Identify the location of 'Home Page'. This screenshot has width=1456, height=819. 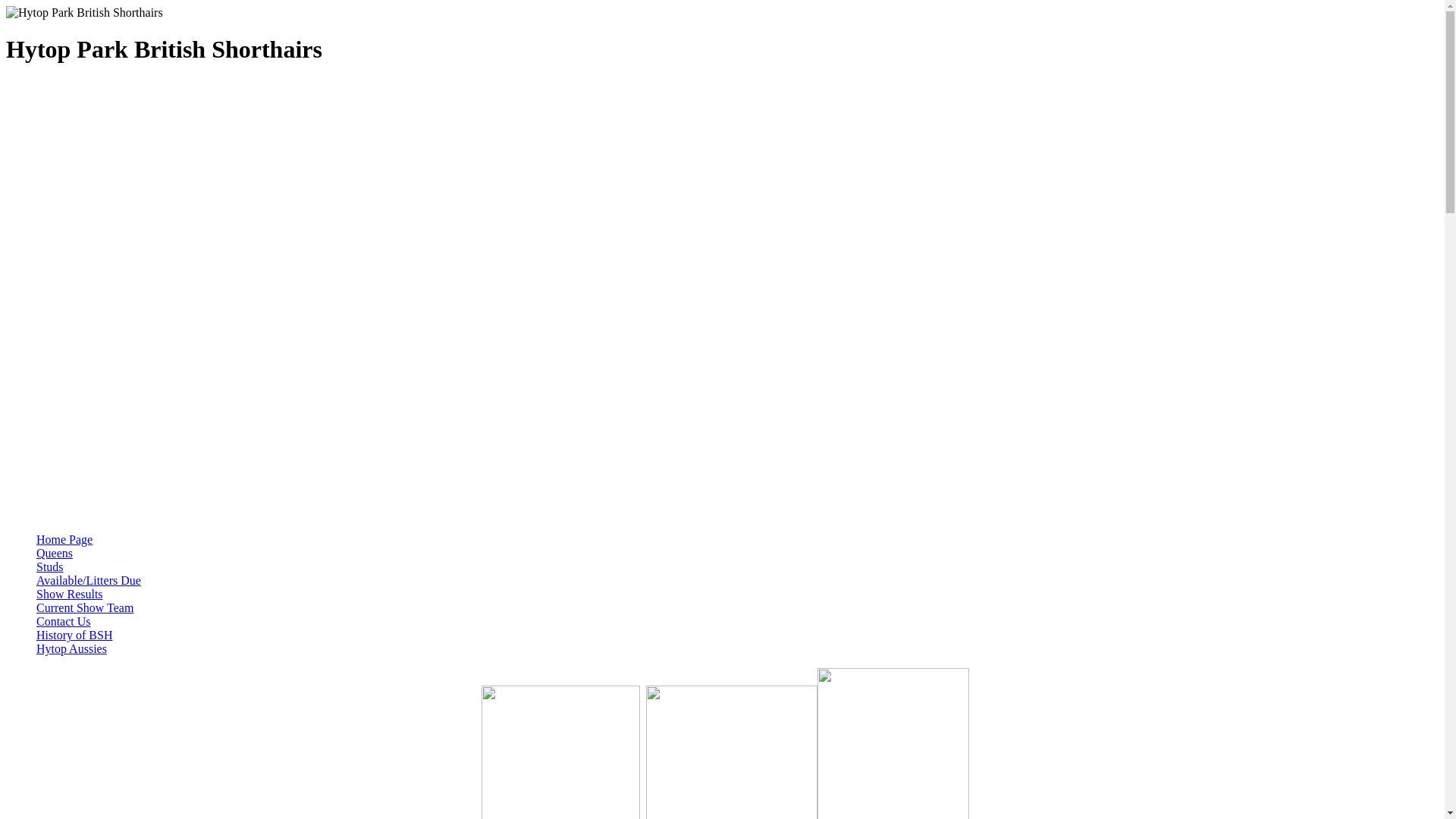
(64, 538).